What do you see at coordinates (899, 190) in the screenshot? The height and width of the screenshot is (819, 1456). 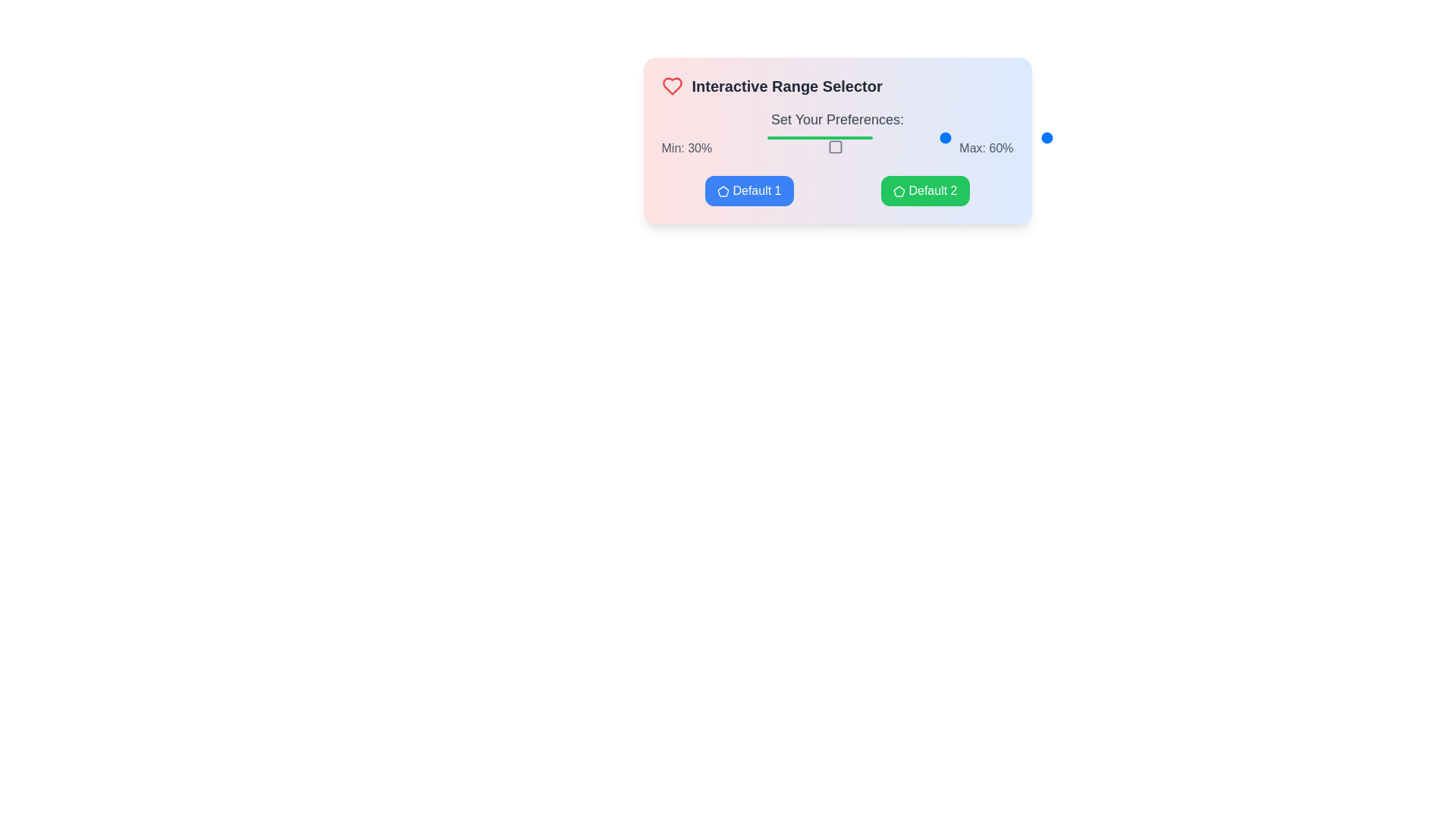 I see `the decorative icon positioned to the right of the green button labeled 'Default 2'` at bounding box center [899, 190].